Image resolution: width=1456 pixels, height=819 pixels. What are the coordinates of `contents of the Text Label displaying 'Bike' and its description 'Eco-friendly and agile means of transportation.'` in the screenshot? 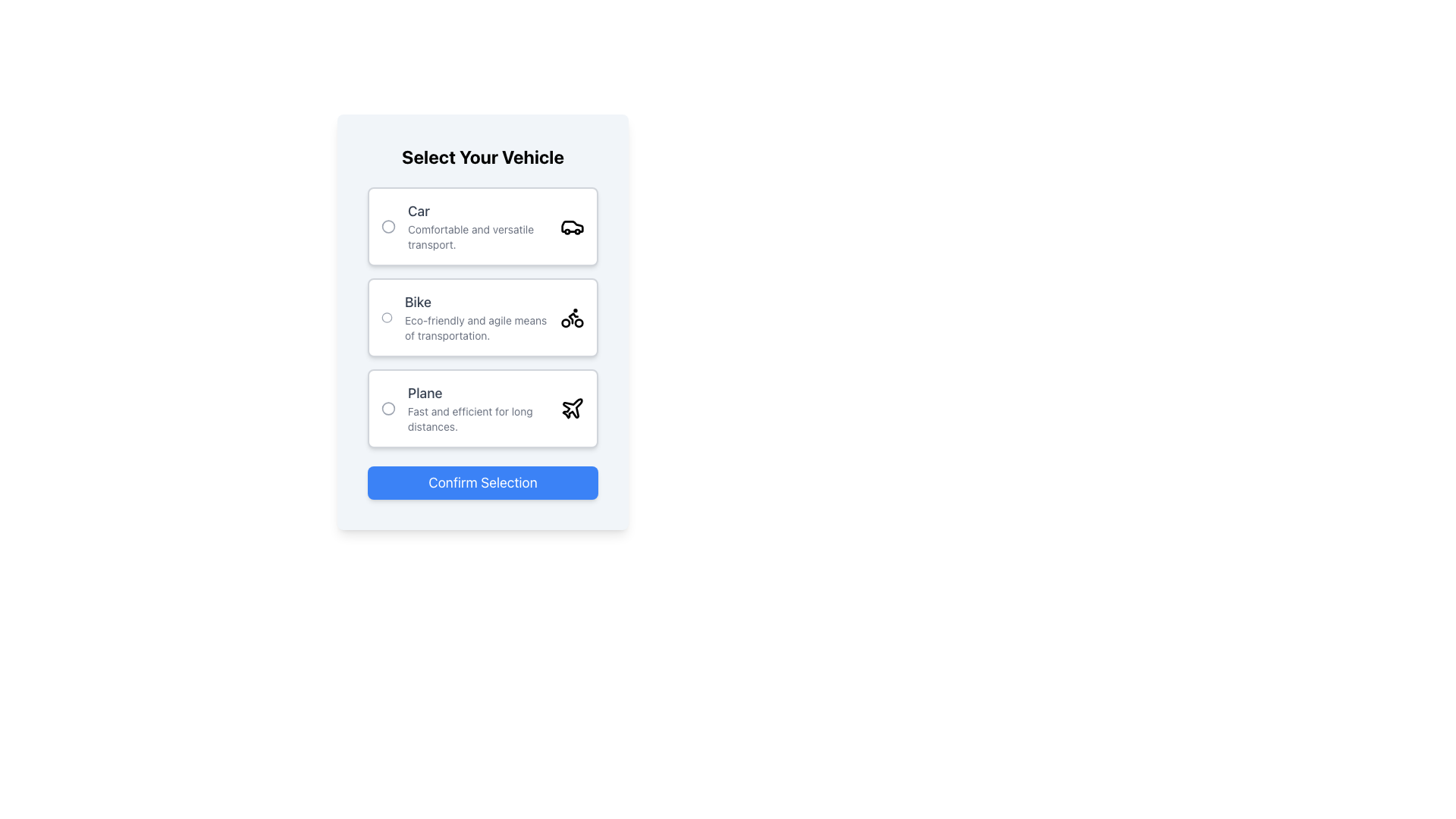 It's located at (475, 317).